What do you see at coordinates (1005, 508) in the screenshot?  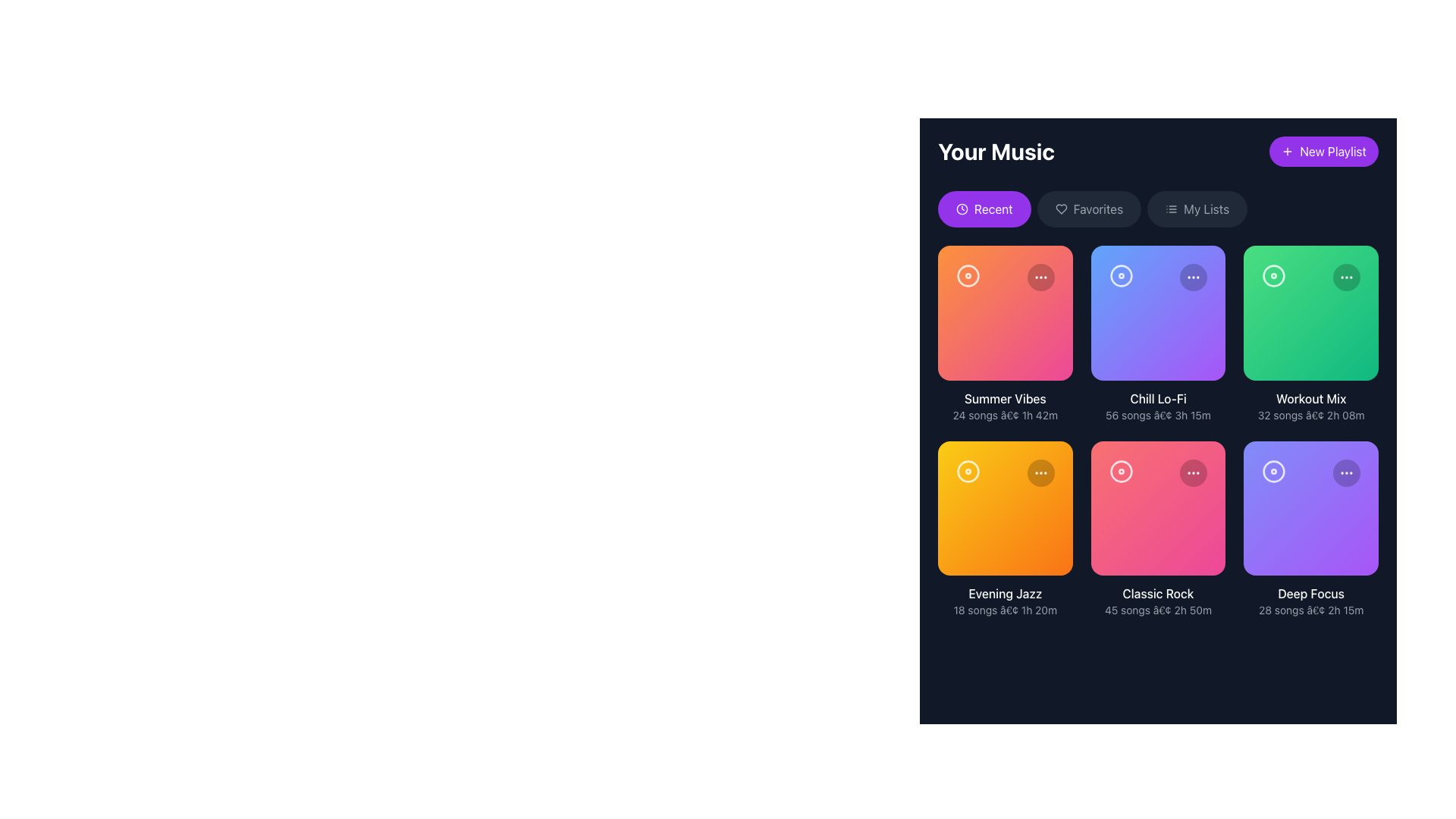 I see `the Image Card located in the bottom-left region of the music UI` at bounding box center [1005, 508].